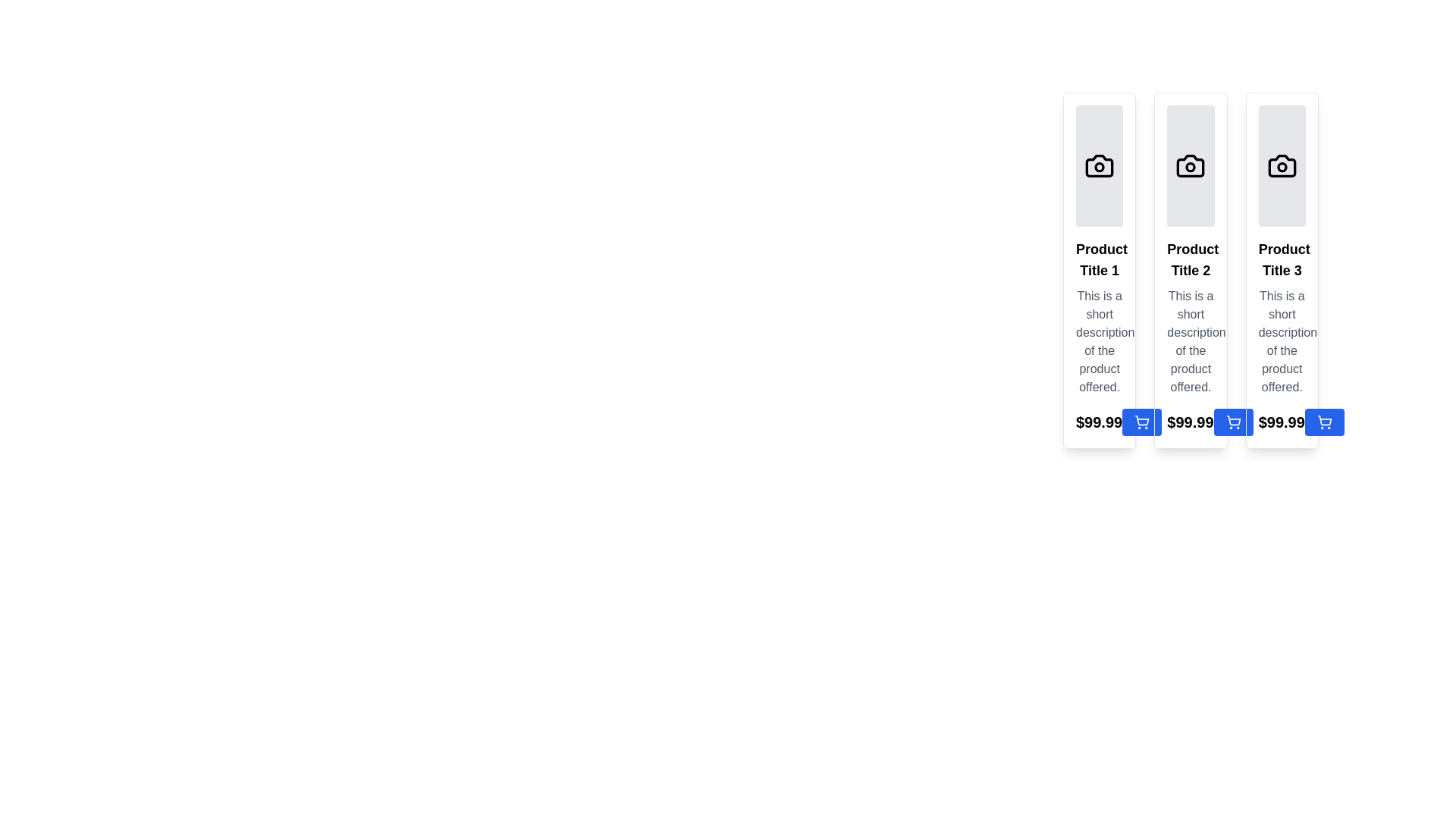 This screenshot has width=1456, height=819. I want to click on the descriptive text block with gray-colored font located below 'Product Title 1' and above the price '$99.99', so click(1100, 342).